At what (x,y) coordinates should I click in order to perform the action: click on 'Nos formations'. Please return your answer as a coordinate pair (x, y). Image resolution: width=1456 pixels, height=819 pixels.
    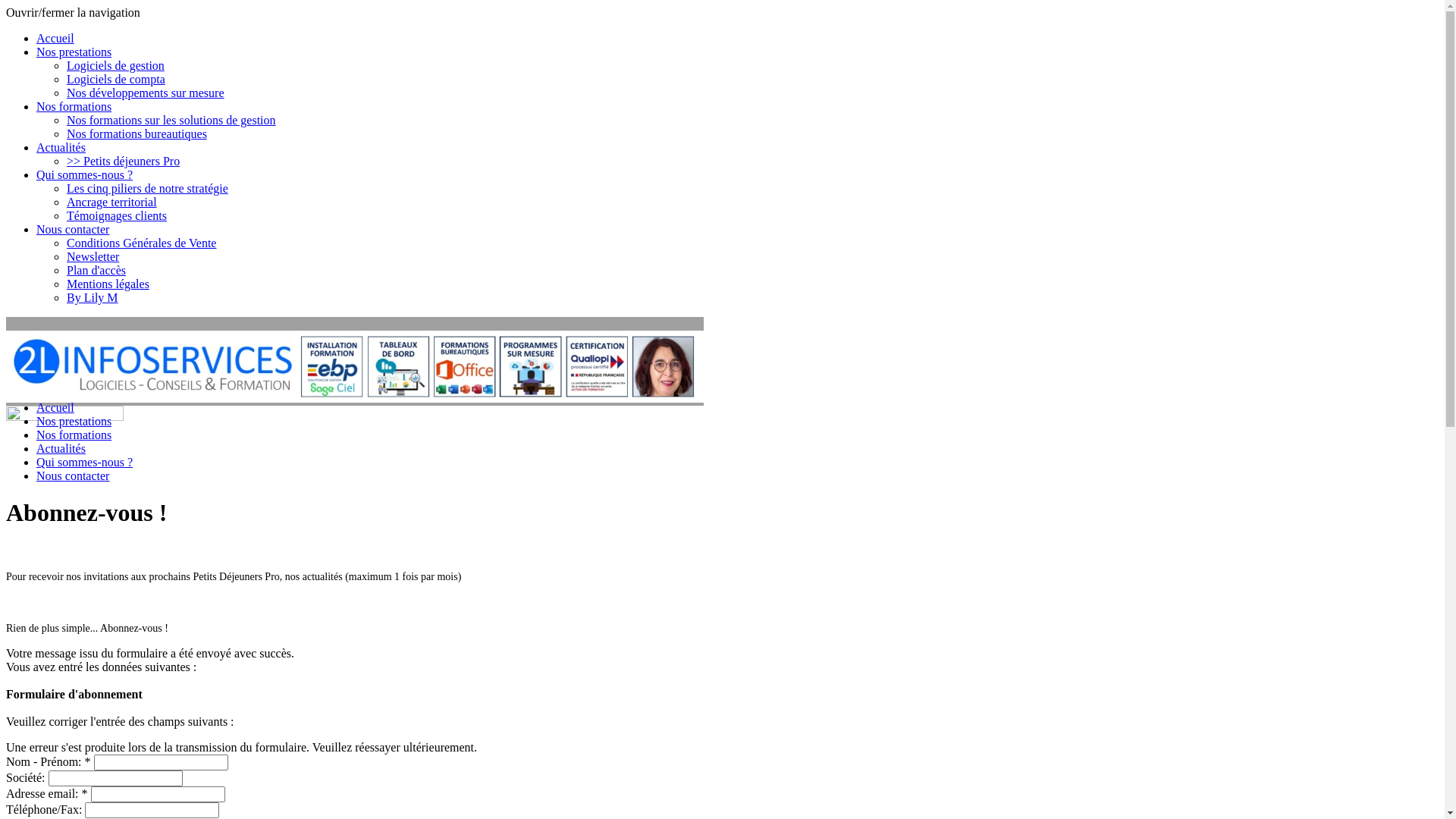
    Looking at the image, I should click on (73, 105).